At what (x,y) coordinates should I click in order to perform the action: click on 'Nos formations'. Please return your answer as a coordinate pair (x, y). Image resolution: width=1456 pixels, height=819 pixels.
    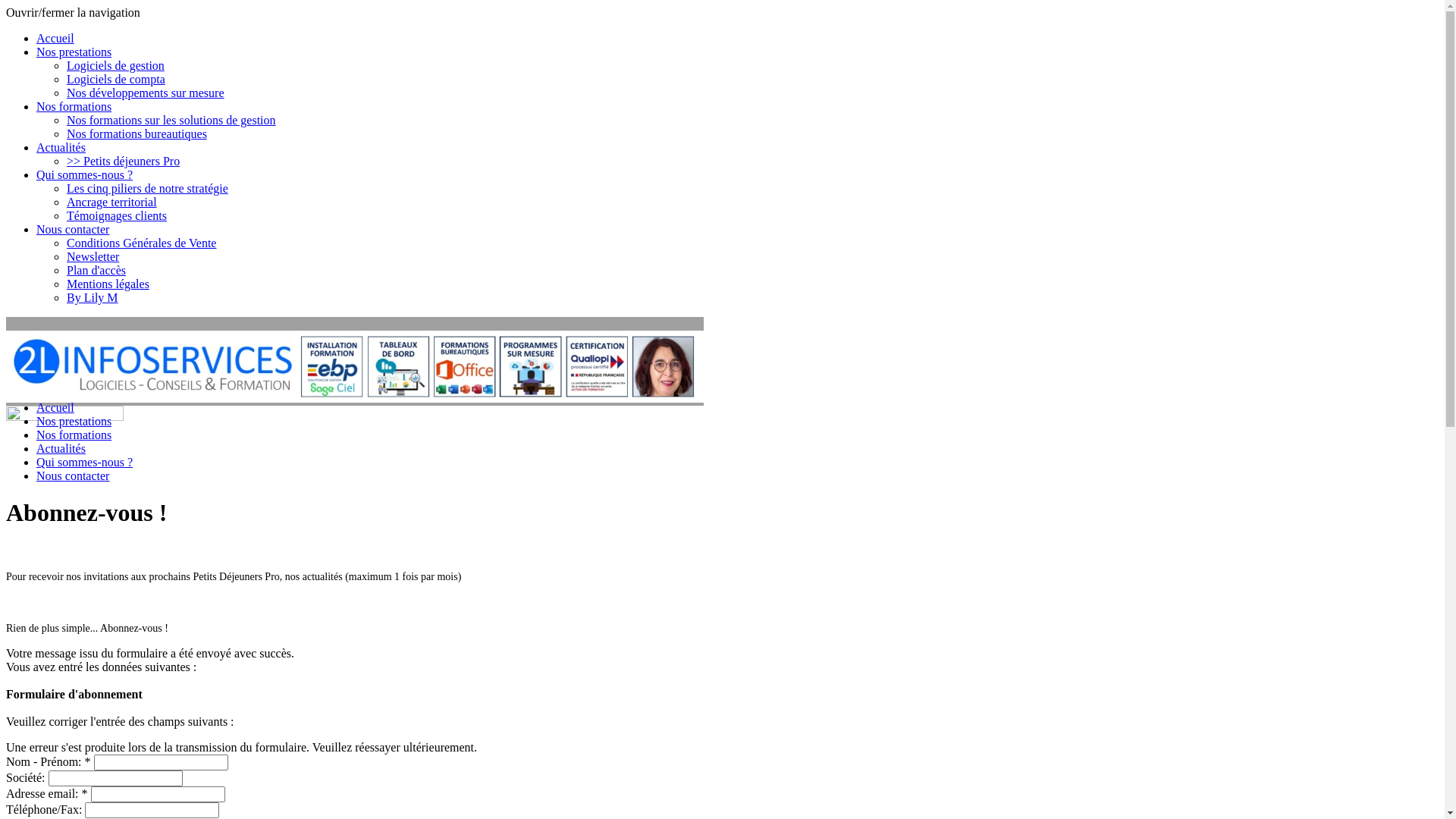
    Looking at the image, I should click on (73, 105).